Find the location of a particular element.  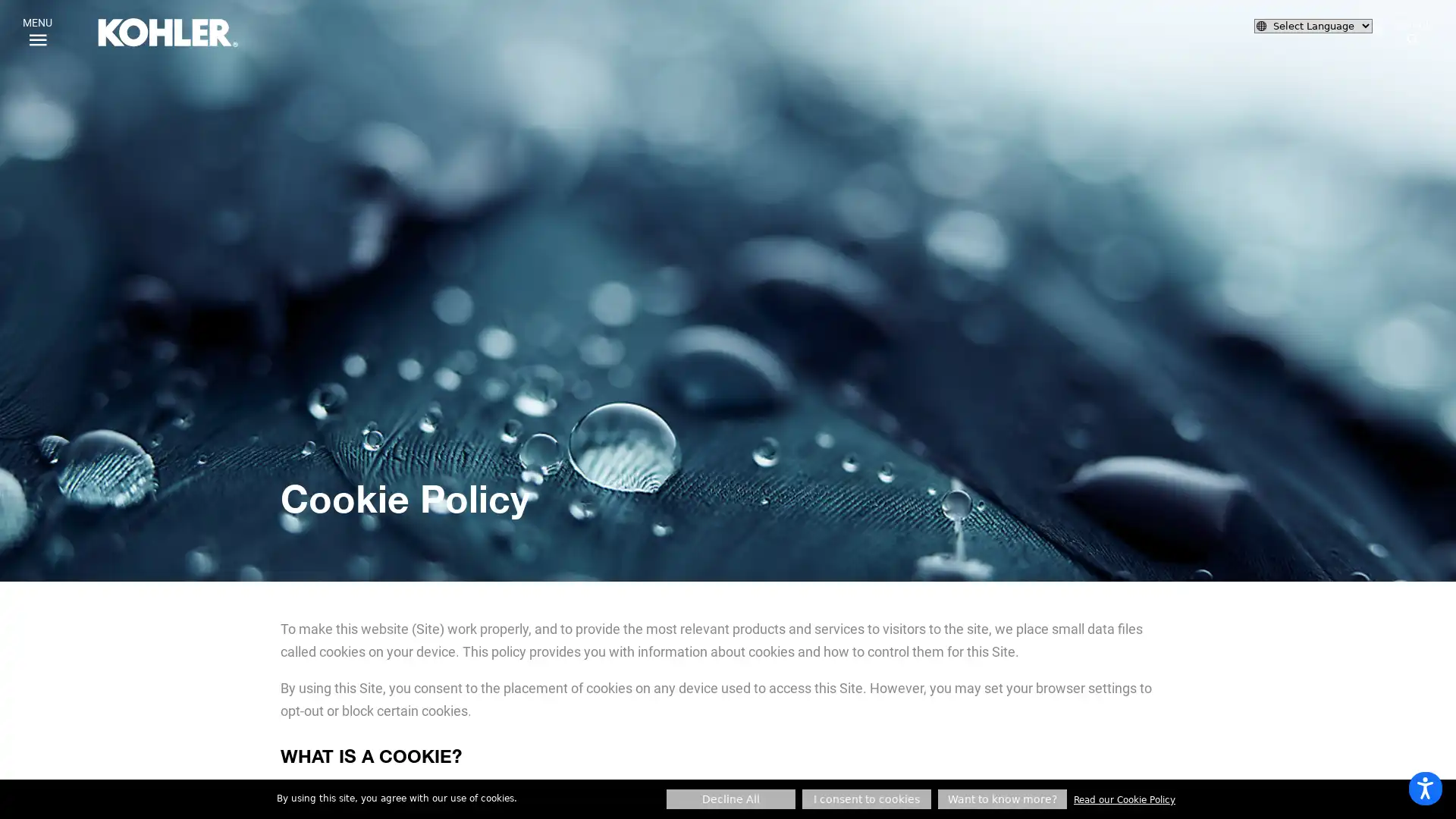

Decline All is located at coordinates (731, 798).